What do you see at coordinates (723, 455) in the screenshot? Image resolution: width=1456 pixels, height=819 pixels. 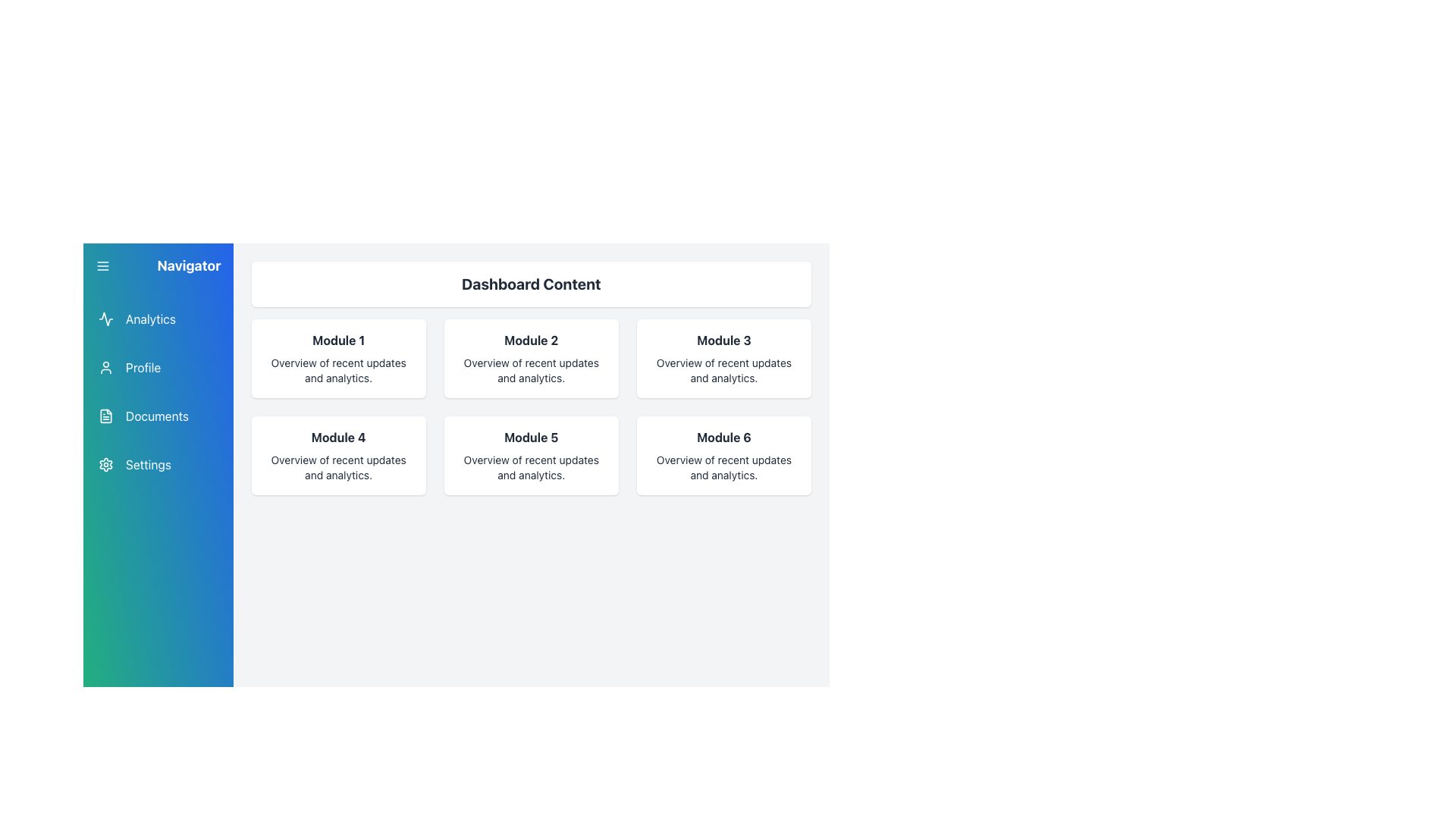 I see `the rectangular card with a white background, rounded corners, and shadow that contains the text 'Module 6' and 'Overview of recent updates and analytics.' This card is located in the last position of a six-card grid in the Dashboard Content` at bounding box center [723, 455].